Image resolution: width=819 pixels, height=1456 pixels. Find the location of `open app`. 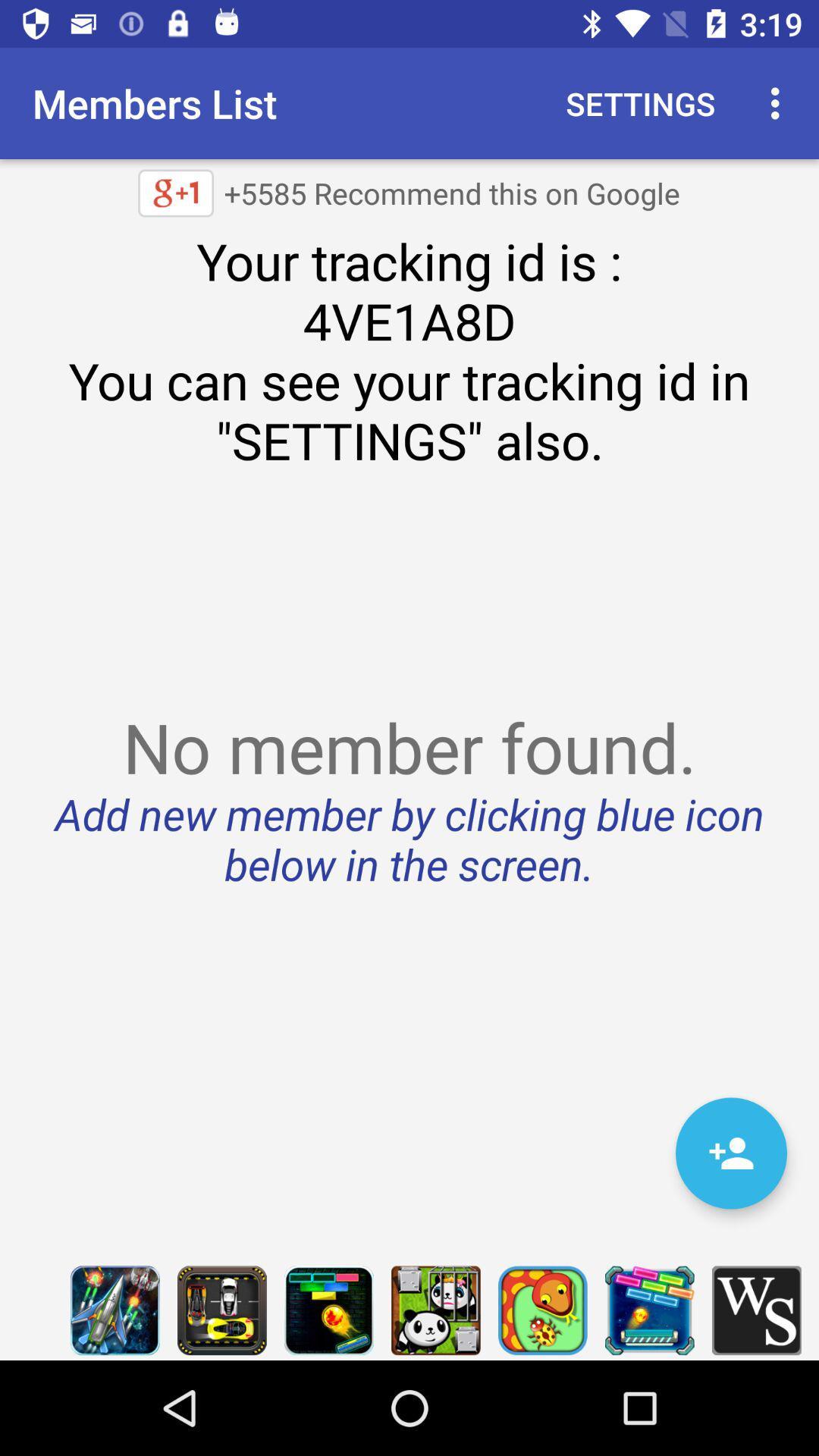

open app is located at coordinates (648, 1310).